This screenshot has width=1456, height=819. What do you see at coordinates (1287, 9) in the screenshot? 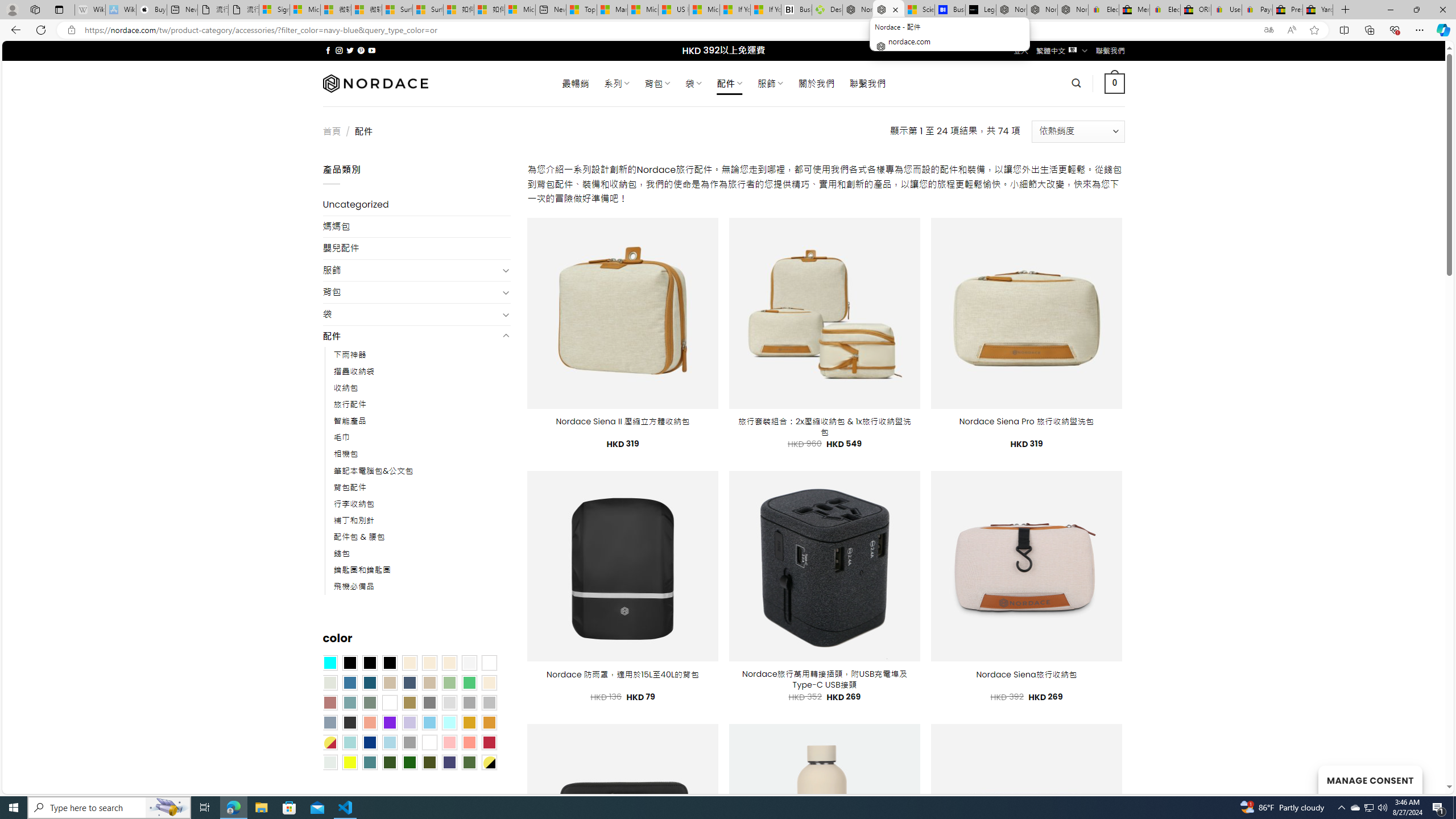
I see `'Press Room - eBay Inc.'` at bounding box center [1287, 9].